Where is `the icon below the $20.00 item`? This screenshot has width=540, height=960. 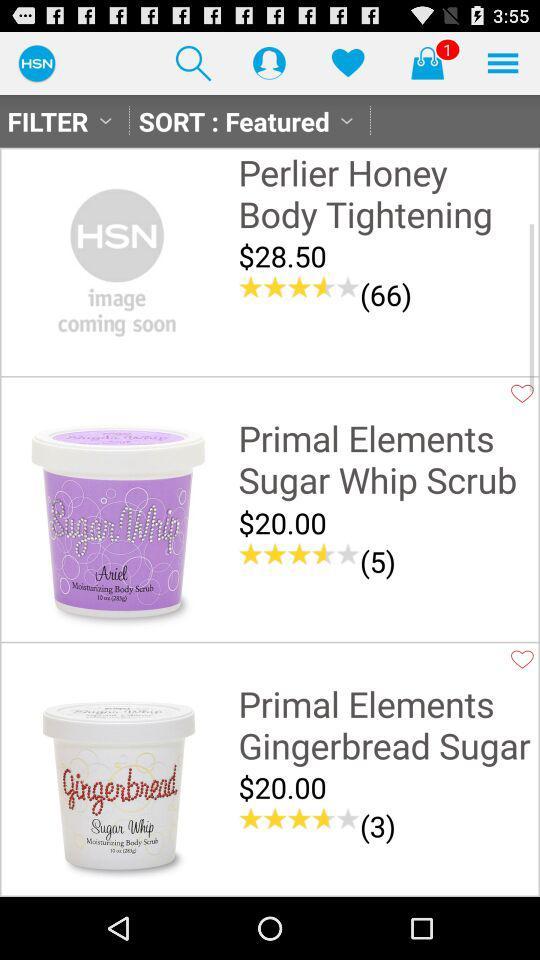
the icon below the $20.00 item is located at coordinates (298, 554).